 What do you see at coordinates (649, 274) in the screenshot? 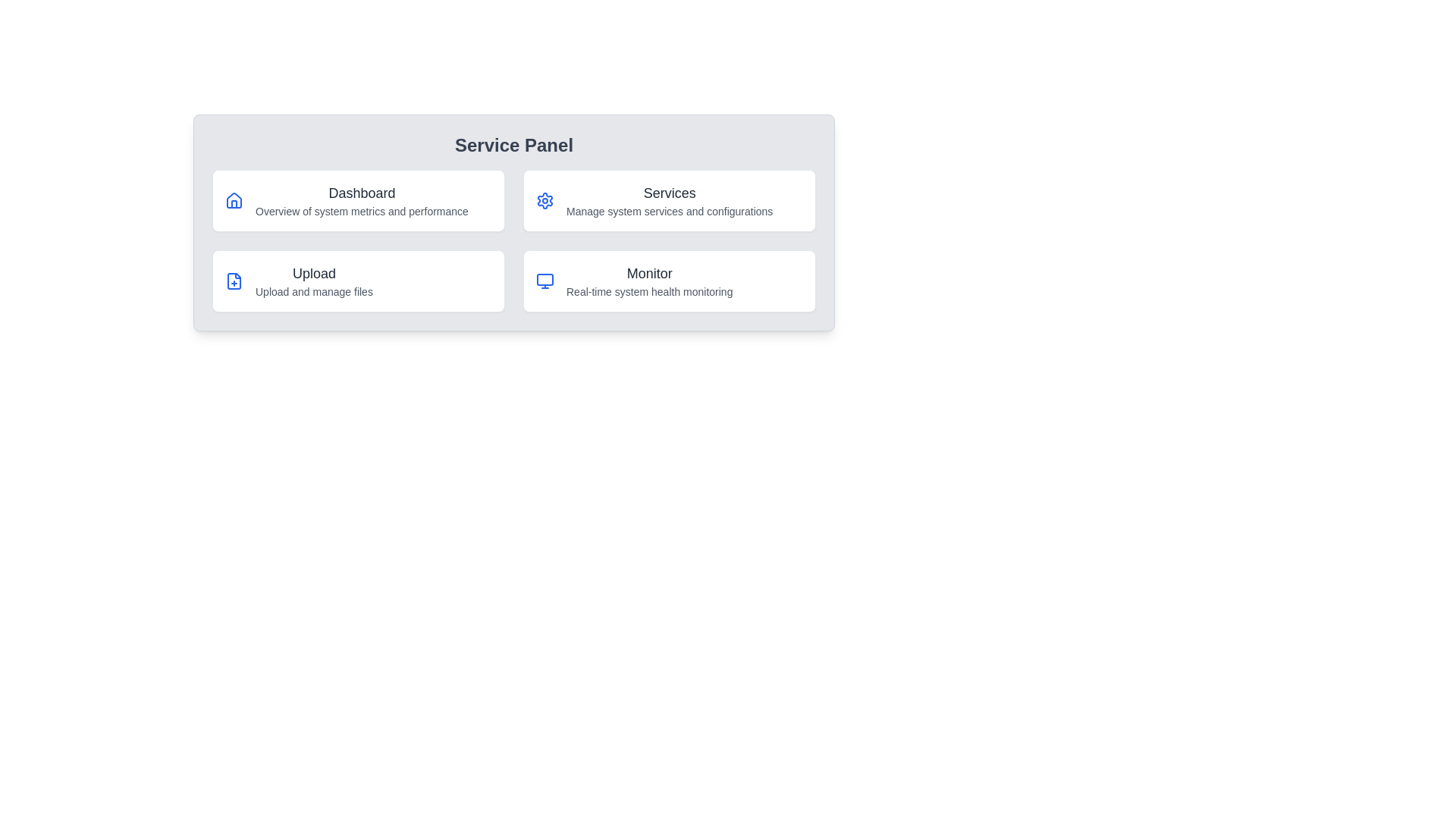
I see `the text label displaying 'Monitor'` at bounding box center [649, 274].